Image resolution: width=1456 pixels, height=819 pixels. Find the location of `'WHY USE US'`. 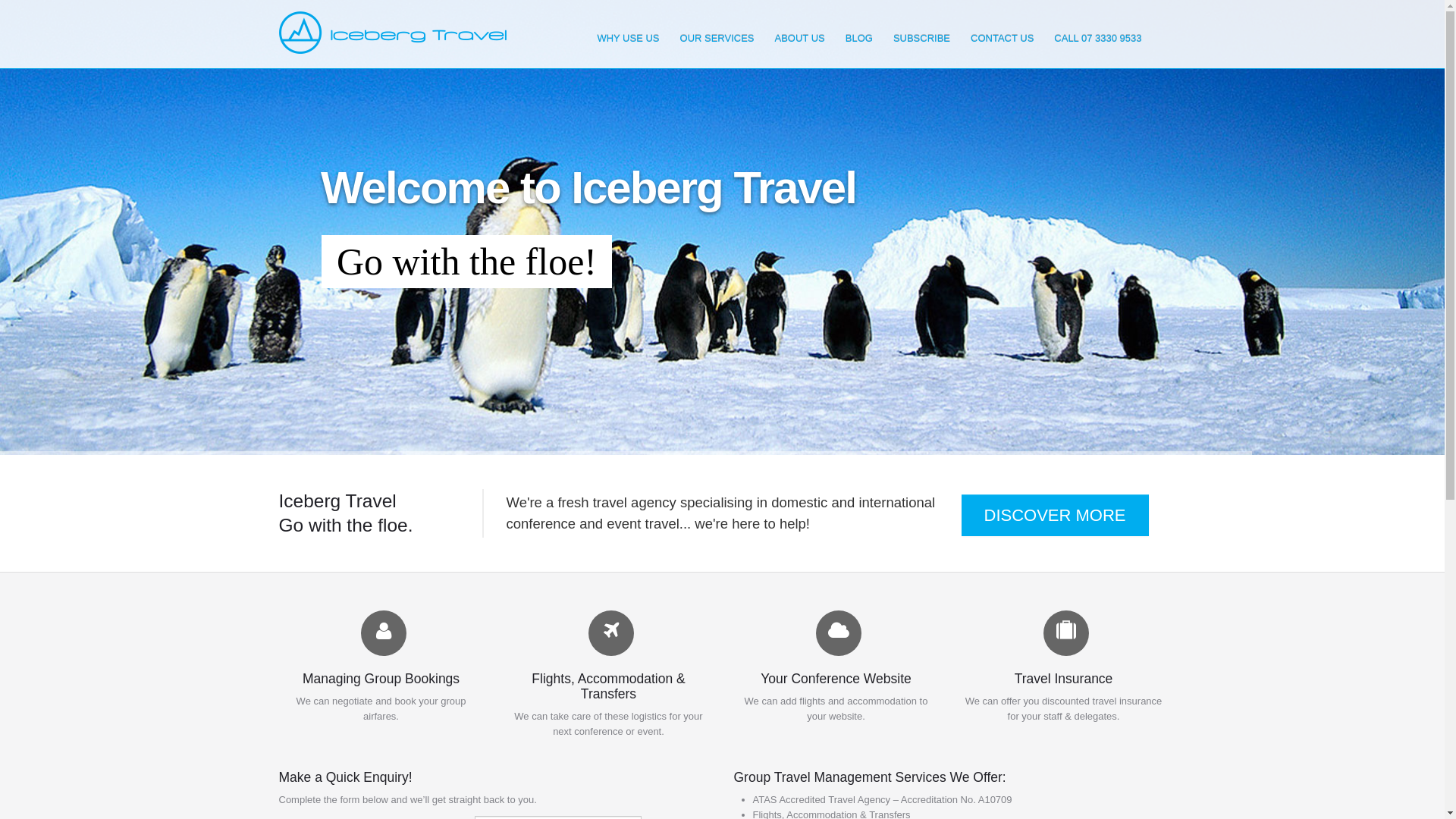

'WHY USE US' is located at coordinates (628, 37).